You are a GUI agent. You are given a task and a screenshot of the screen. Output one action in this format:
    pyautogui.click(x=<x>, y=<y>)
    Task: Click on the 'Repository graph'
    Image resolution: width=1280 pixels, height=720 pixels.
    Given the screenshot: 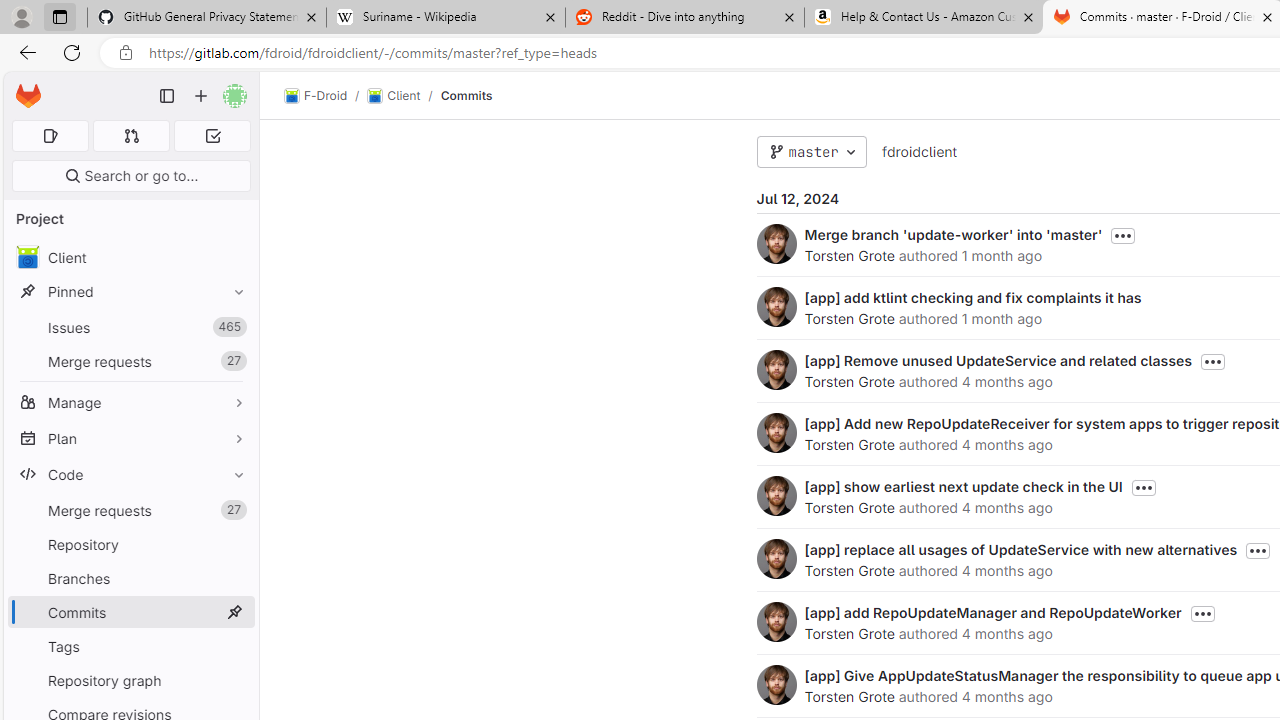 What is the action you would take?
    pyautogui.click(x=130, y=679)
    